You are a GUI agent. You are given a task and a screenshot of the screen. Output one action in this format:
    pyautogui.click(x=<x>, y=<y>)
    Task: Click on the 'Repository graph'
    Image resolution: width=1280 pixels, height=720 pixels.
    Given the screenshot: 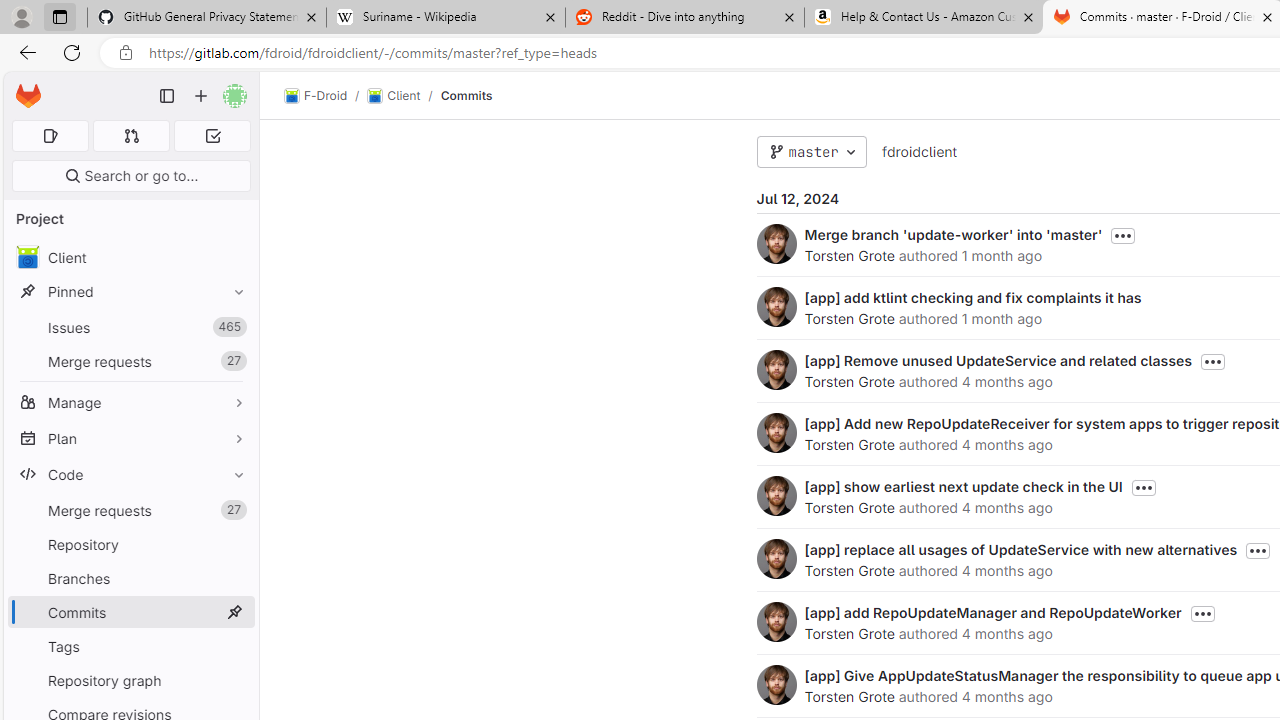 What is the action you would take?
    pyautogui.click(x=130, y=679)
    